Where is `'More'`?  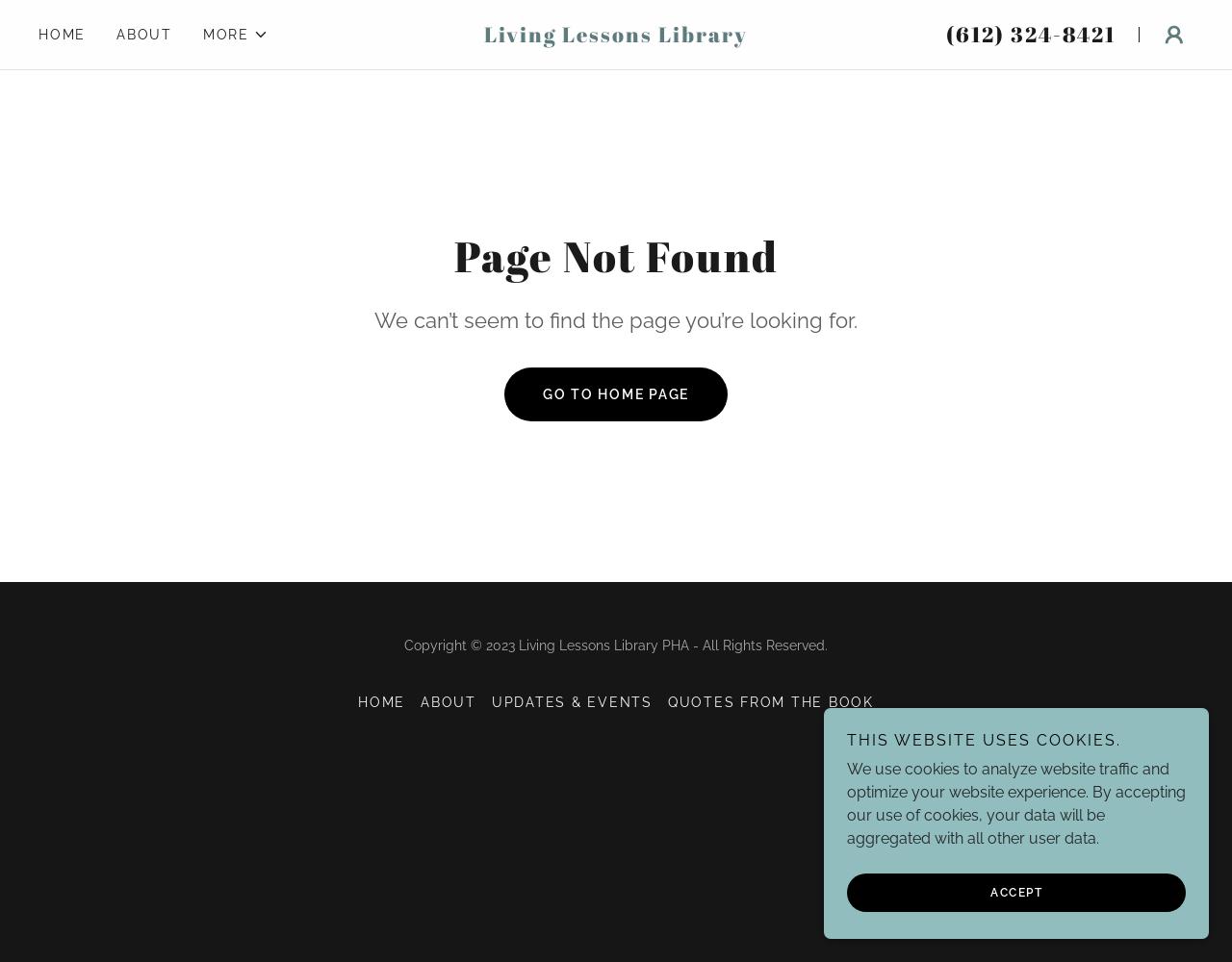
'More' is located at coordinates (202, 35).